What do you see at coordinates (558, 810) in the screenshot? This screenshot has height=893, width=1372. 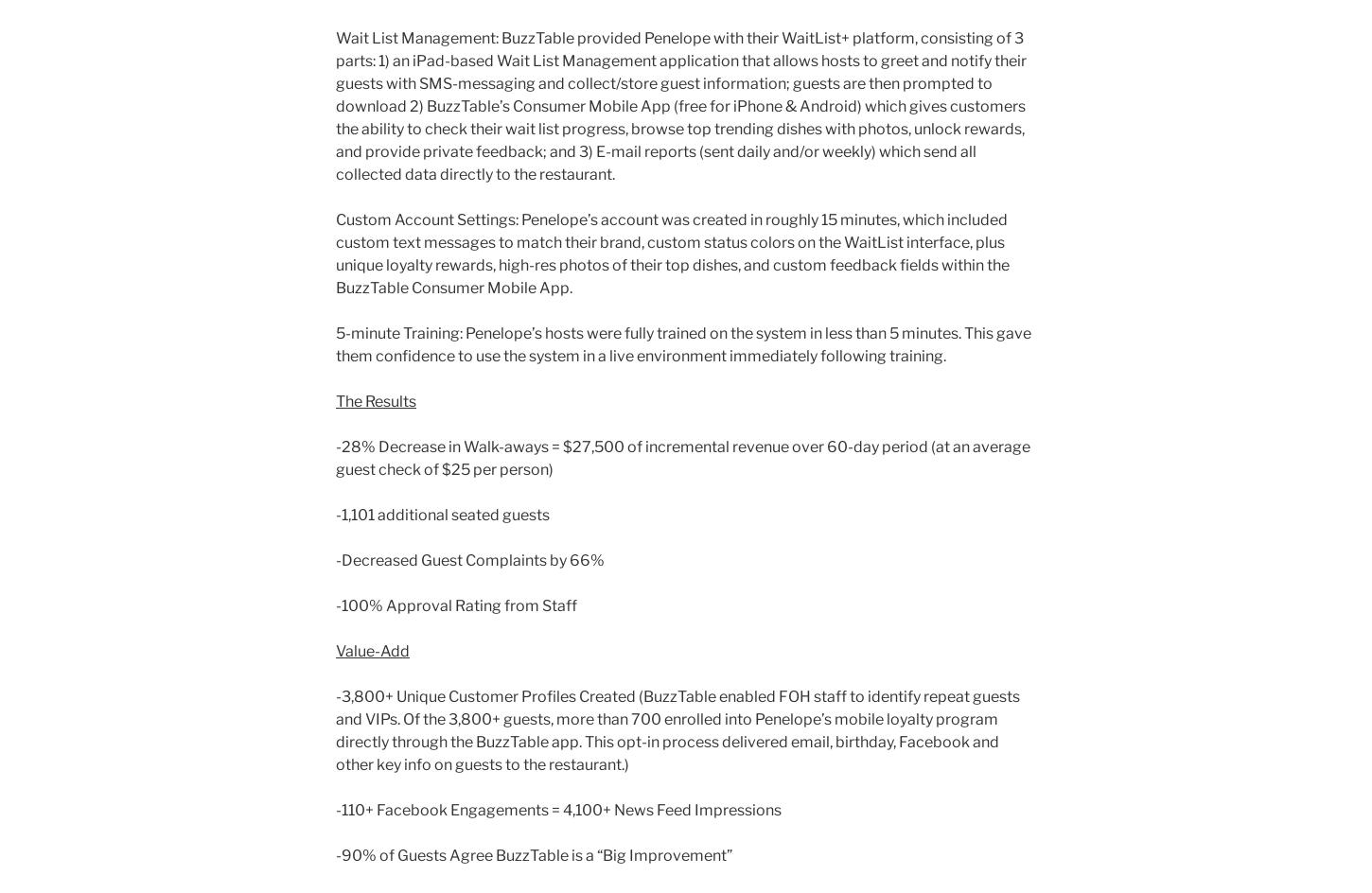 I see `'-110+ Facebook Engagements = 4,100+ News Feed Impressions'` at bounding box center [558, 810].